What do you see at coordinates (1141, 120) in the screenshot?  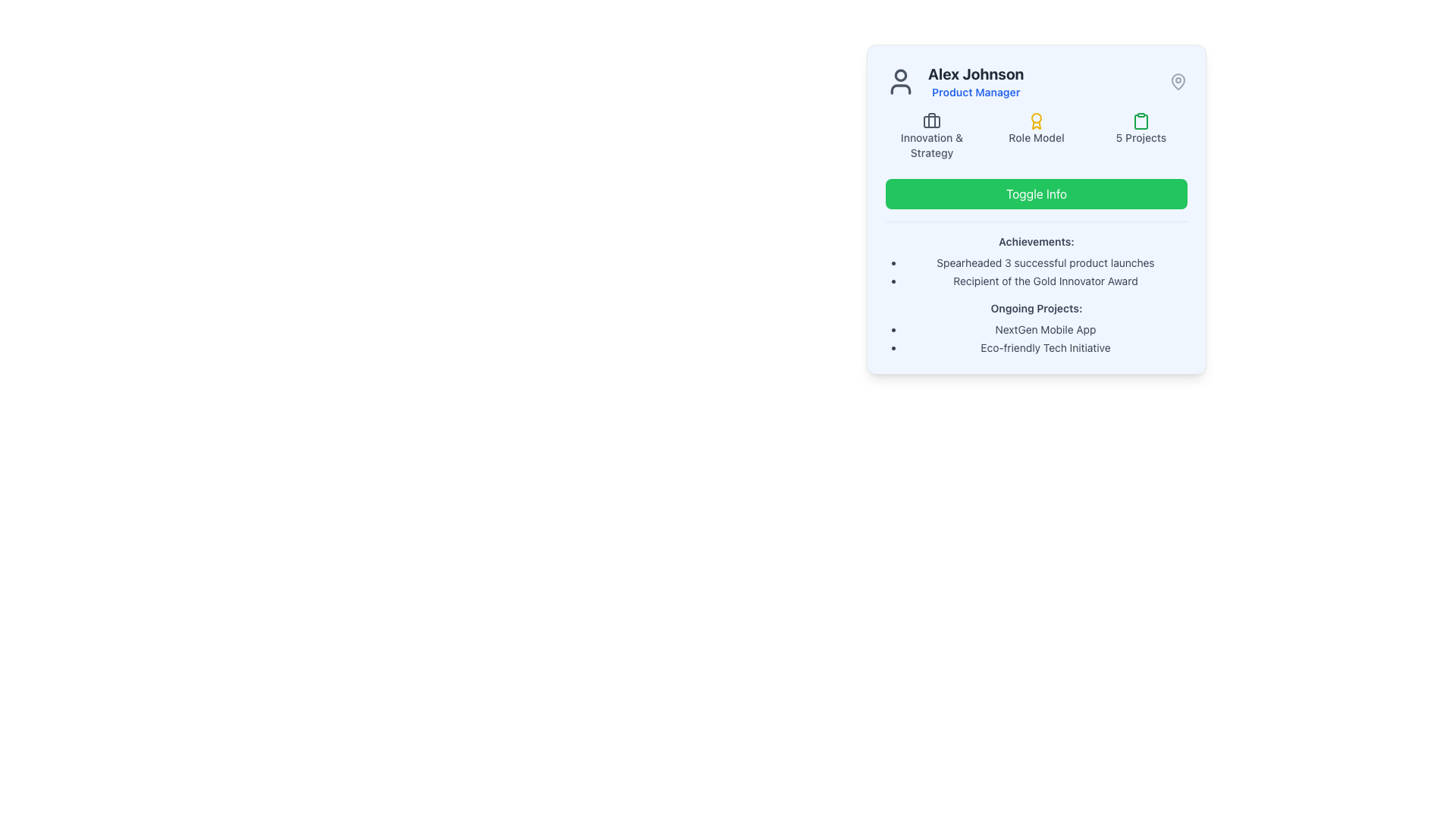 I see `the color and design of the graphic clipboard icon located near the '5 Projects' text in the upper-right section of the profile card` at bounding box center [1141, 120].